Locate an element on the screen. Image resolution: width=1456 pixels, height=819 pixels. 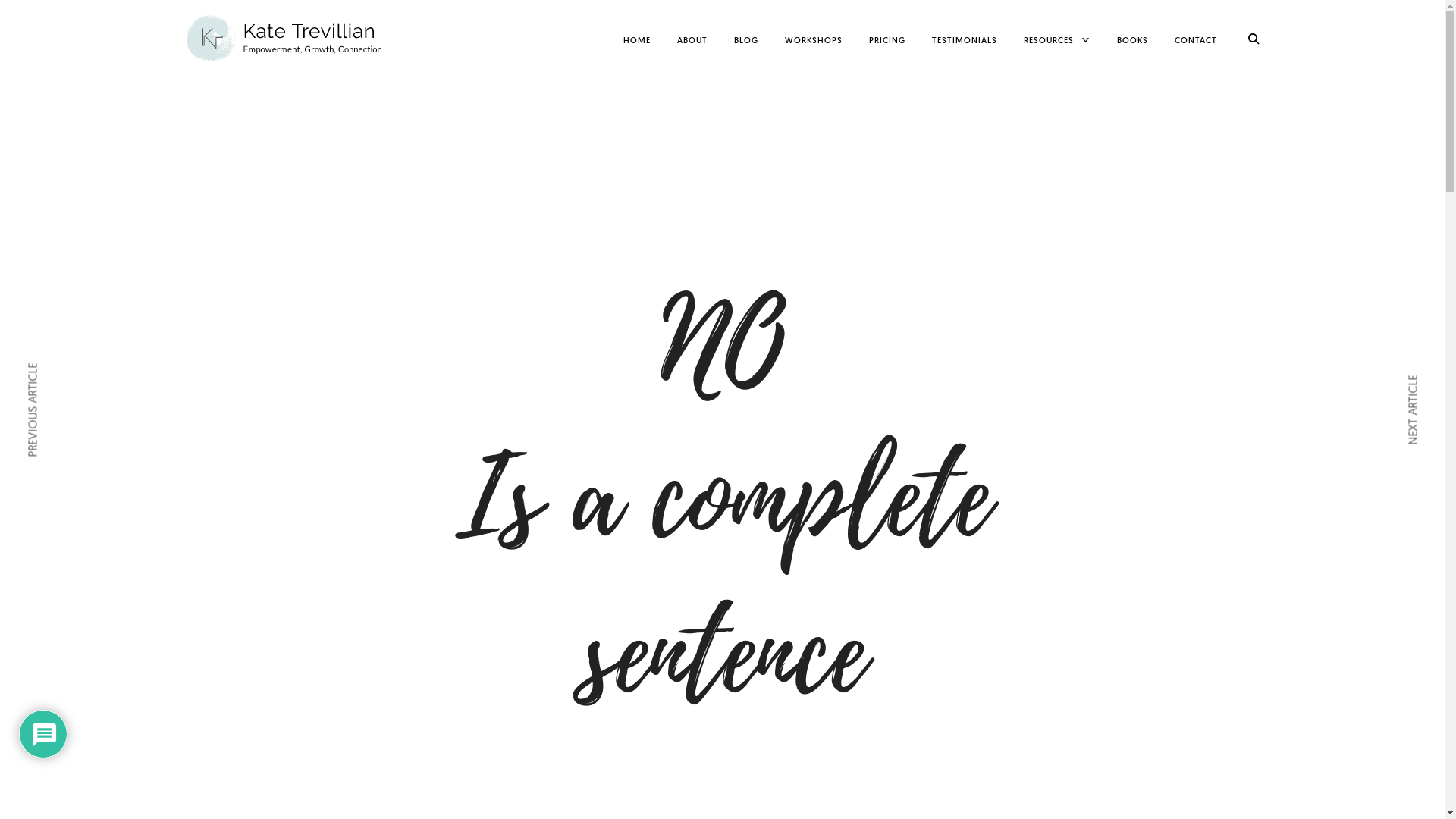
'BLOG' is located at coordinates (745, 39).